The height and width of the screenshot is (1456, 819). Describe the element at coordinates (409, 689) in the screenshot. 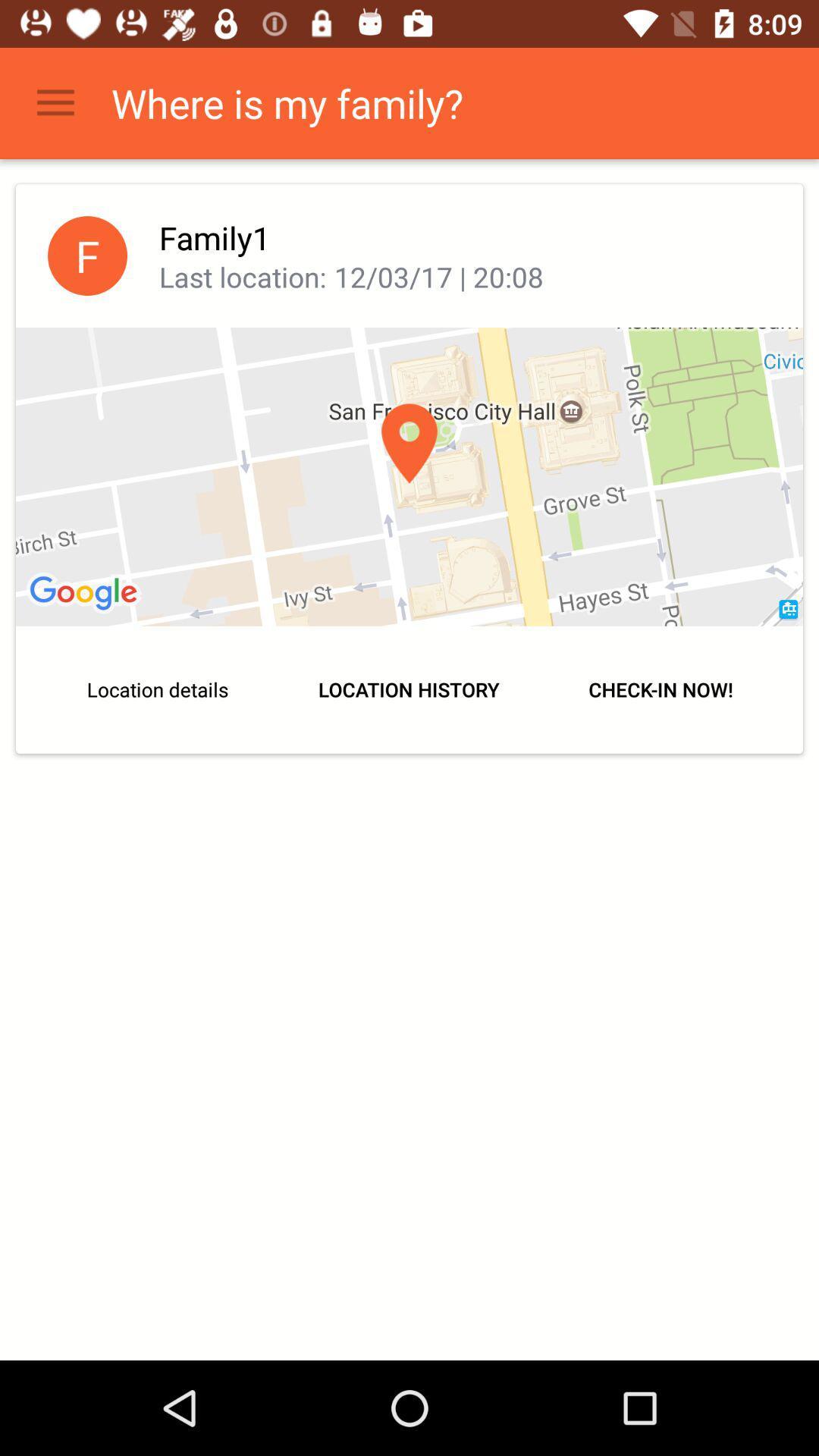

I see `the text location history` at that location.